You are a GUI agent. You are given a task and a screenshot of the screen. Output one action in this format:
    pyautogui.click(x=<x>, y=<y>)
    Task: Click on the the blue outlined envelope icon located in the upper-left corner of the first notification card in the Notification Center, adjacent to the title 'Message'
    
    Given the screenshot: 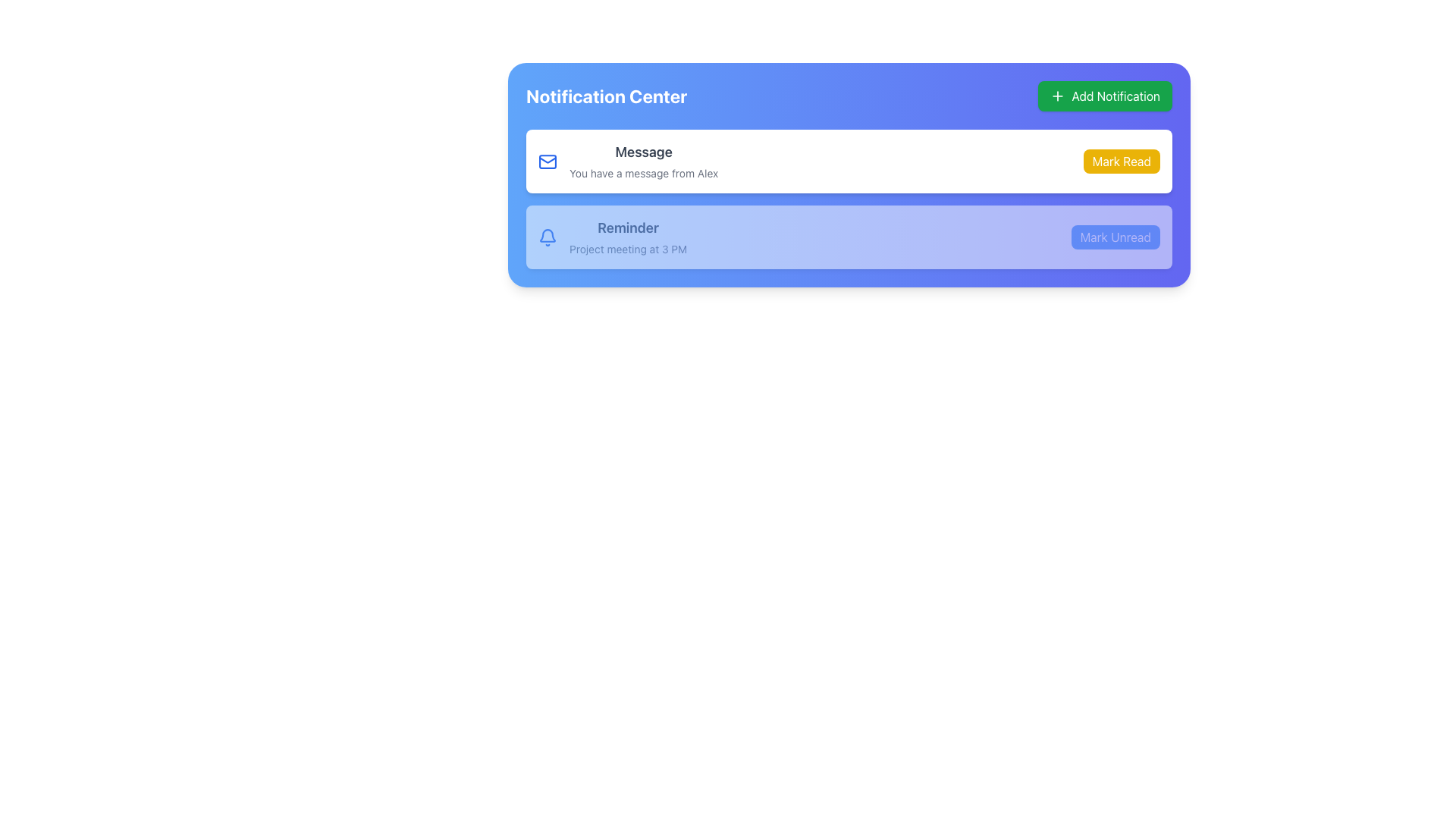 What is the action you would take?
    pyautogui.click(x=547, y=161)
    